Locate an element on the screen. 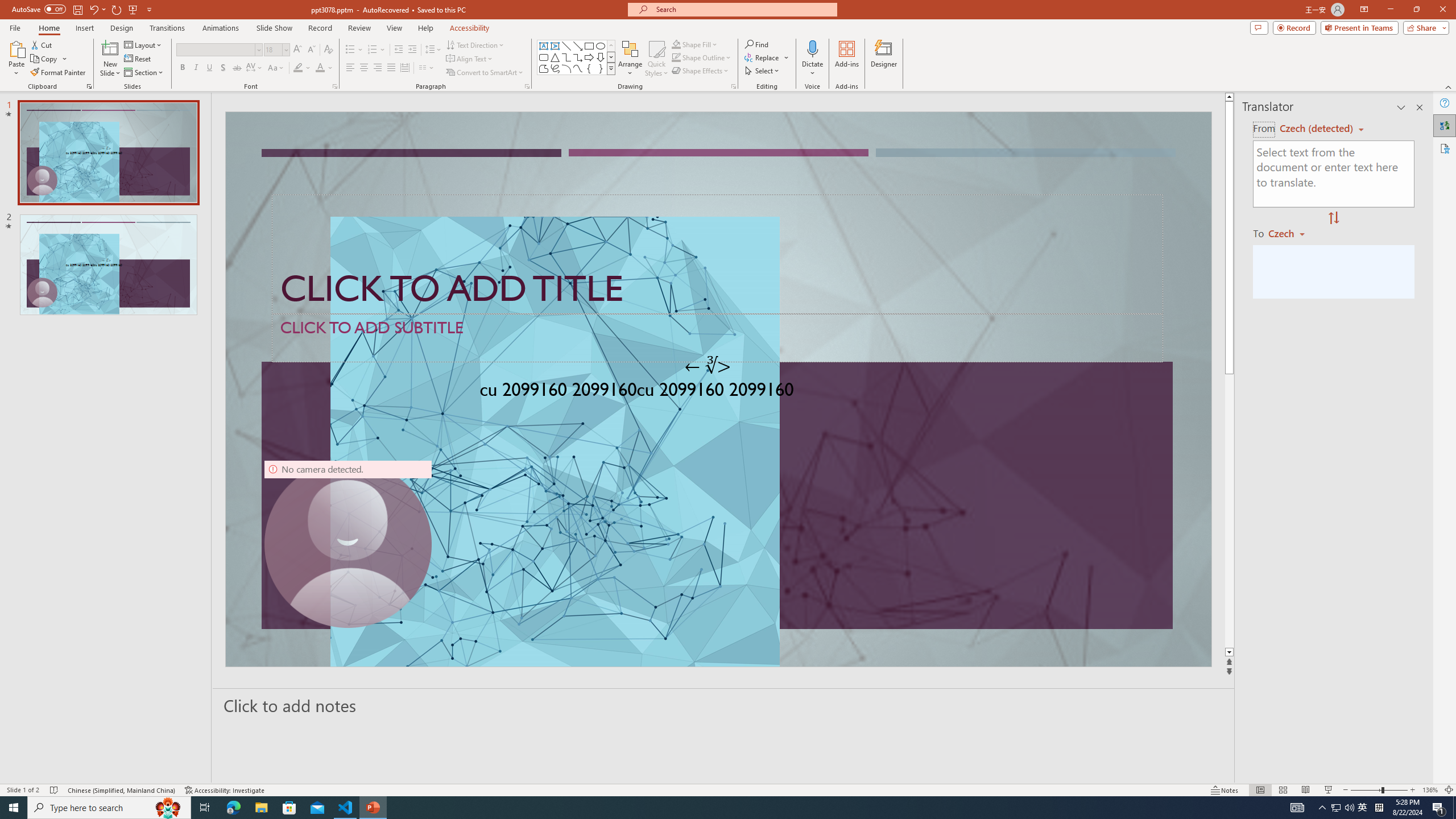  'Camera 9, No camera detected.' is located at coordinates (348, 543).